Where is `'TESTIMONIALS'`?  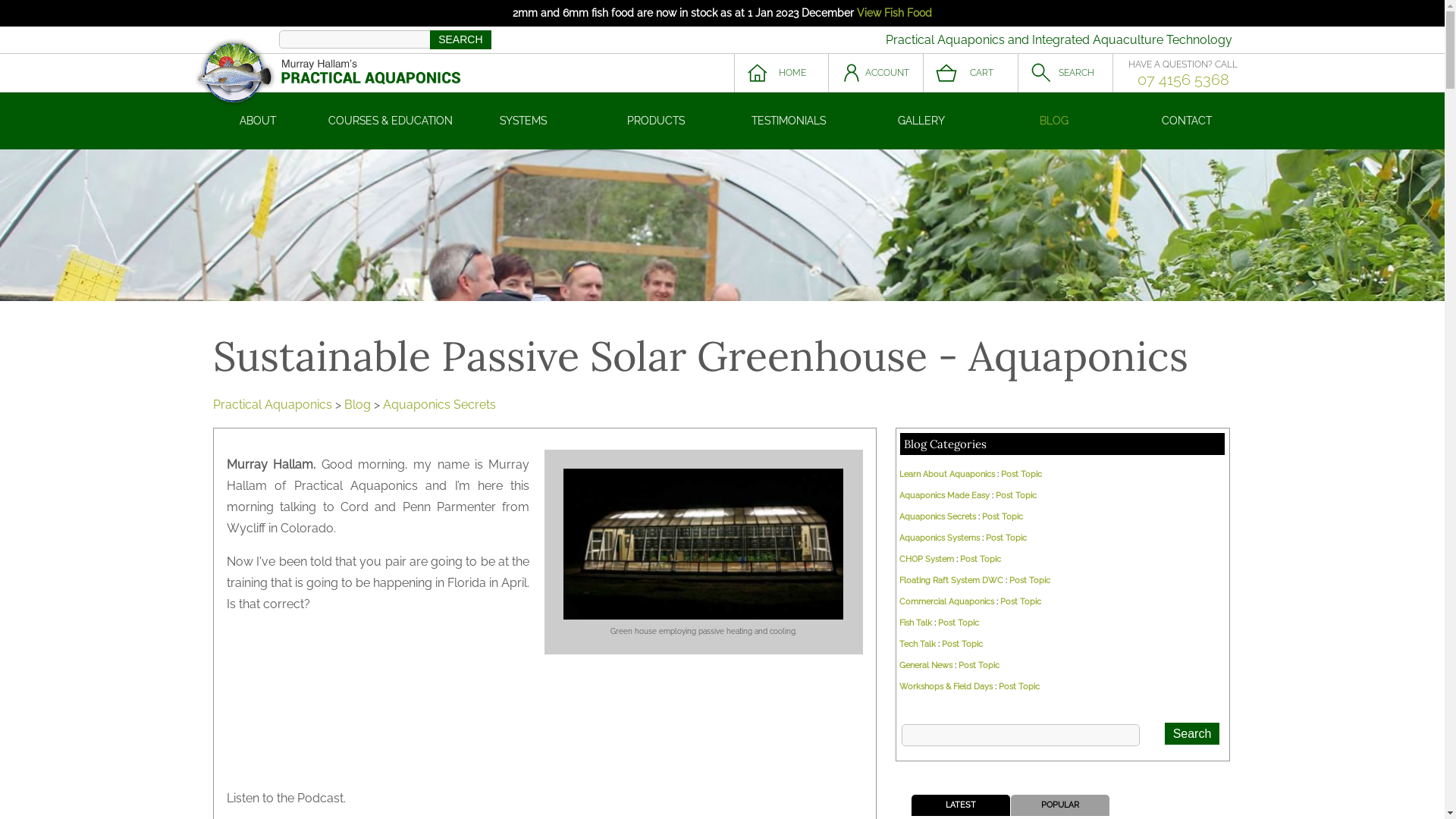 'TESTIMONIALS' is located at coordinates (788, 120).